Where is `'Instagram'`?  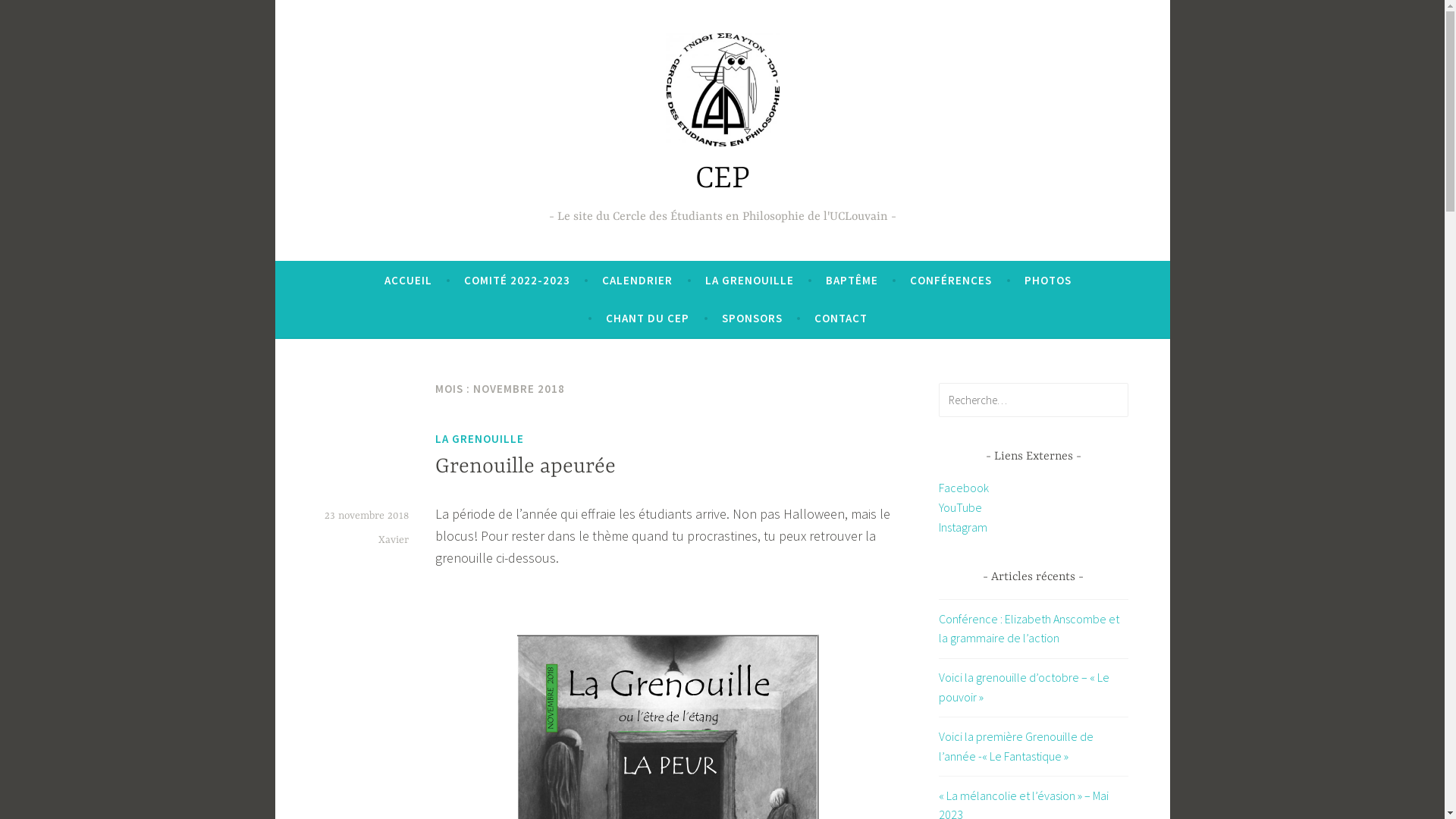 'Instagram' is located at coordinates (938, 526).